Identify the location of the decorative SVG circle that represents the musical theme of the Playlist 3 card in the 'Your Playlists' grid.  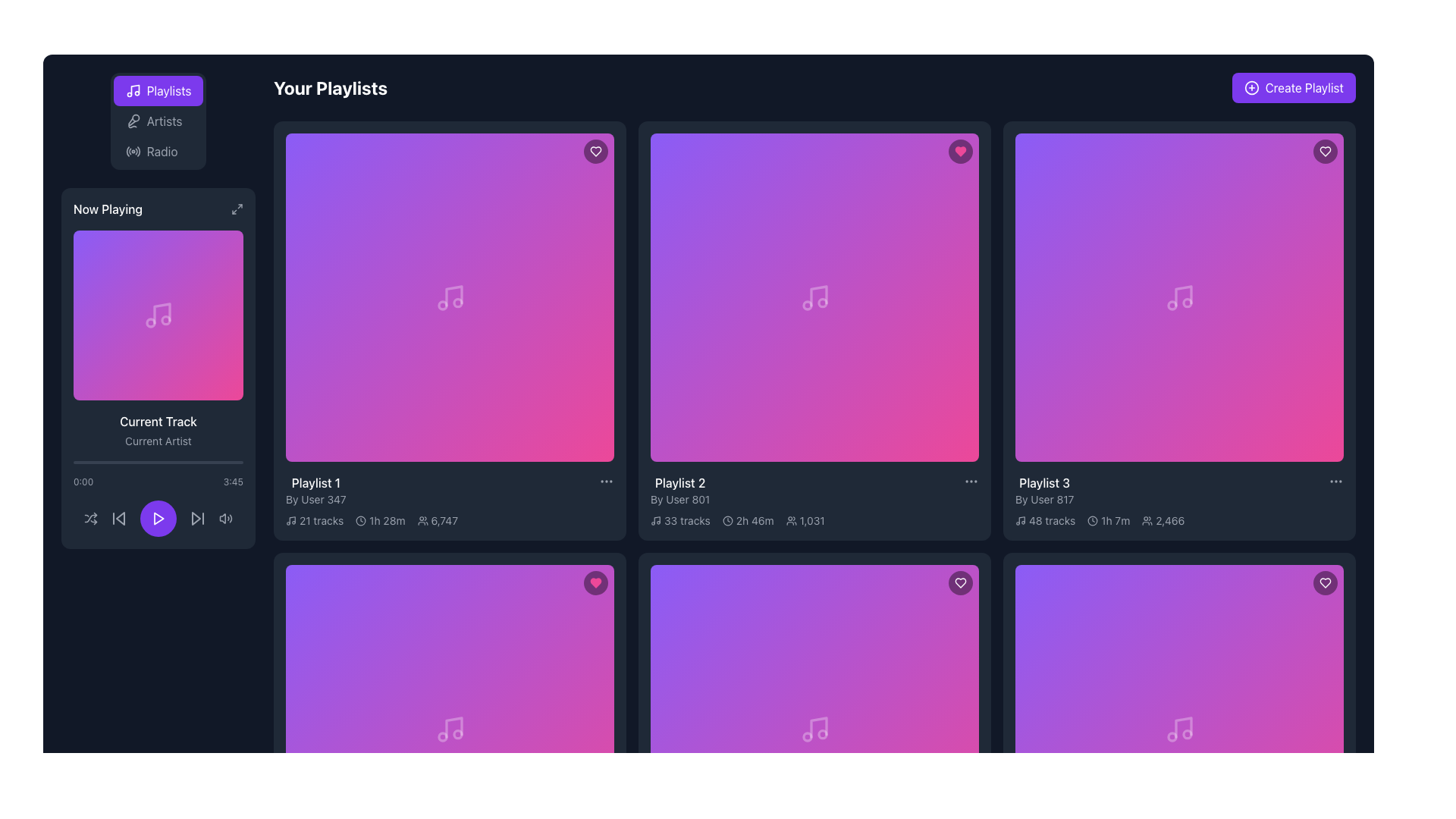
(1171, 305).